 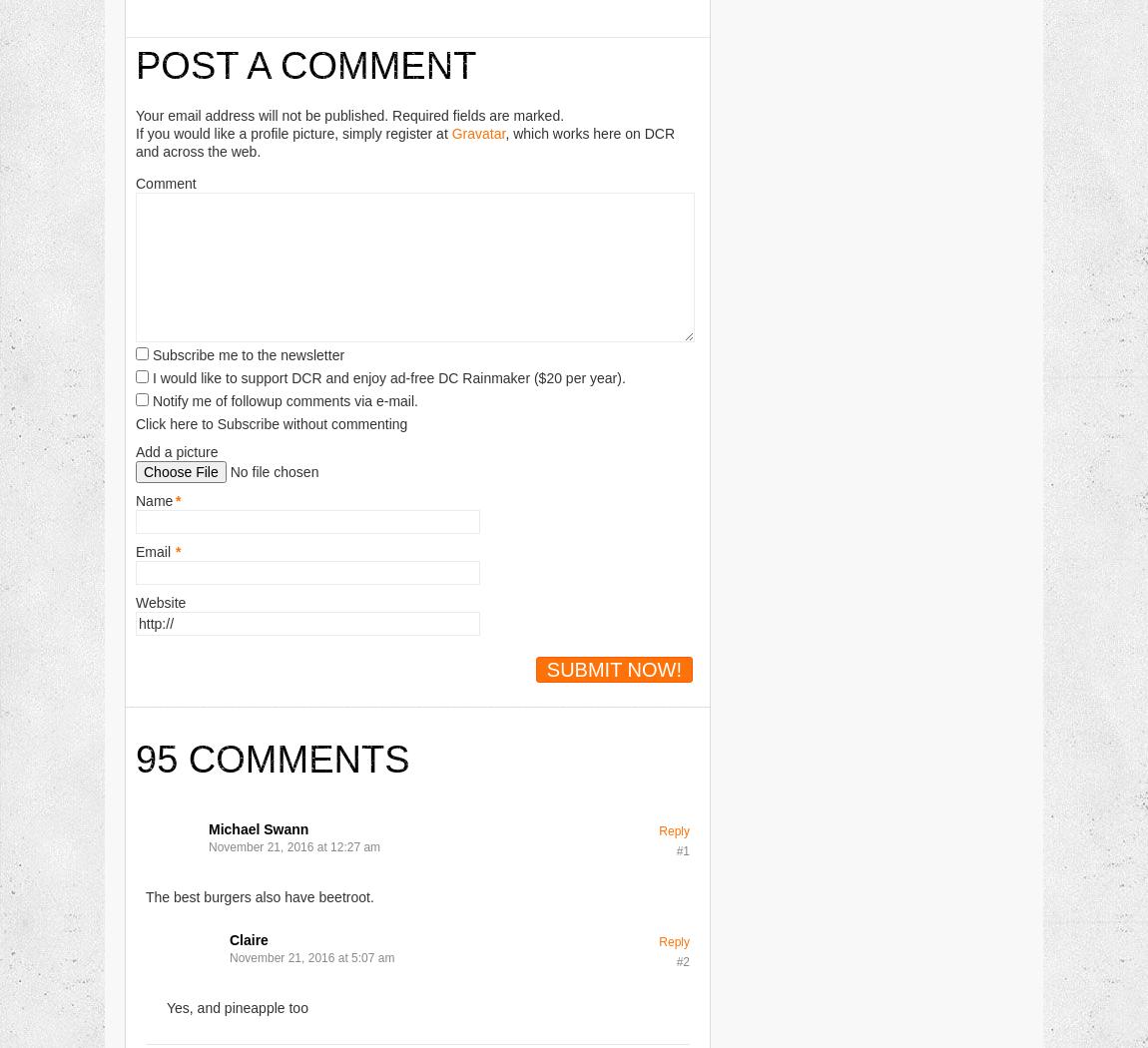 I want to click on 'Gravatar', so click(x=450, y=132).